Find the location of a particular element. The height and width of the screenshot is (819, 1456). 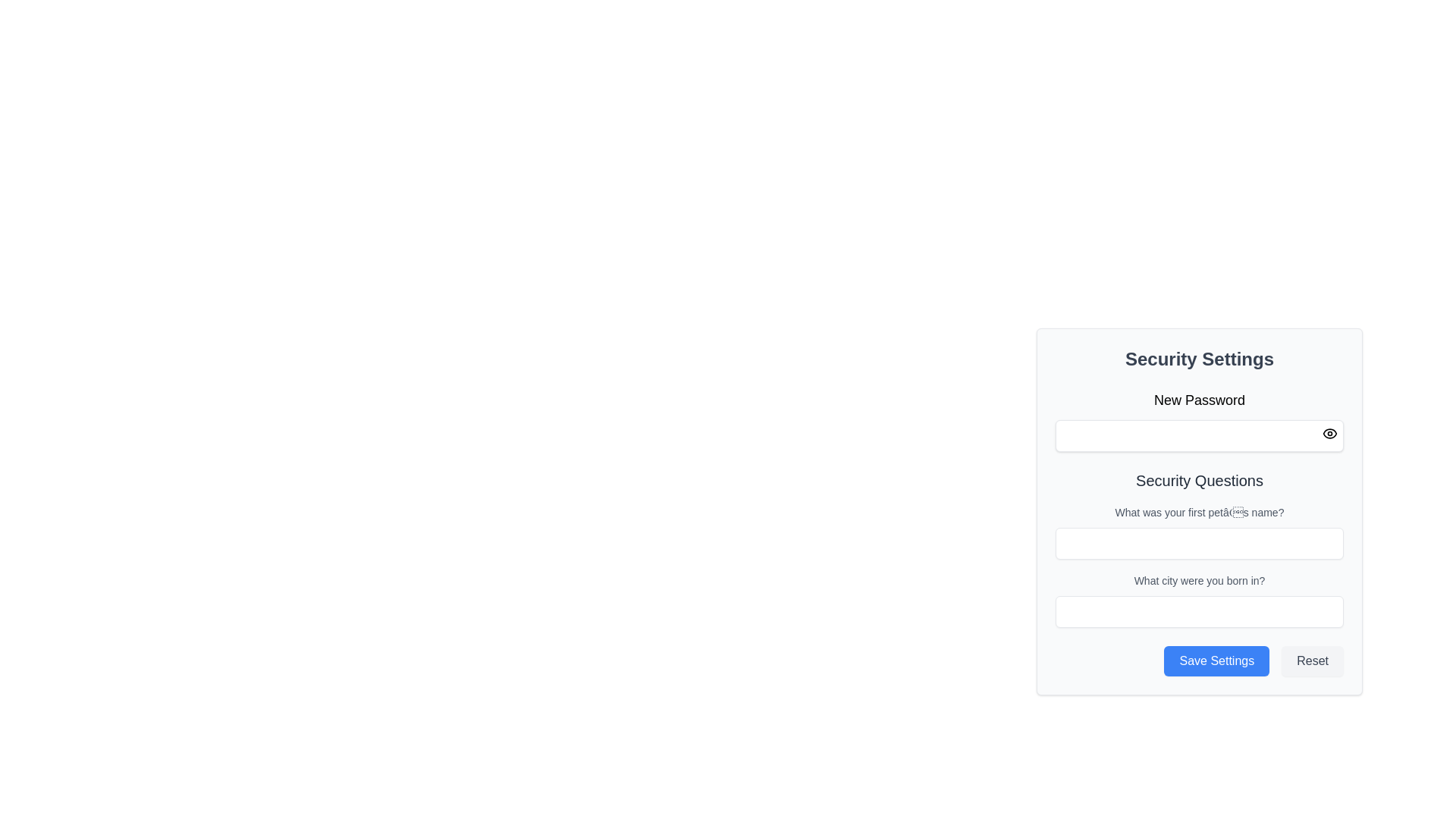

the 'Save Changes' button located at the bottom-right end of the 'Security Settings' form is located at coordinates (1199, 660).